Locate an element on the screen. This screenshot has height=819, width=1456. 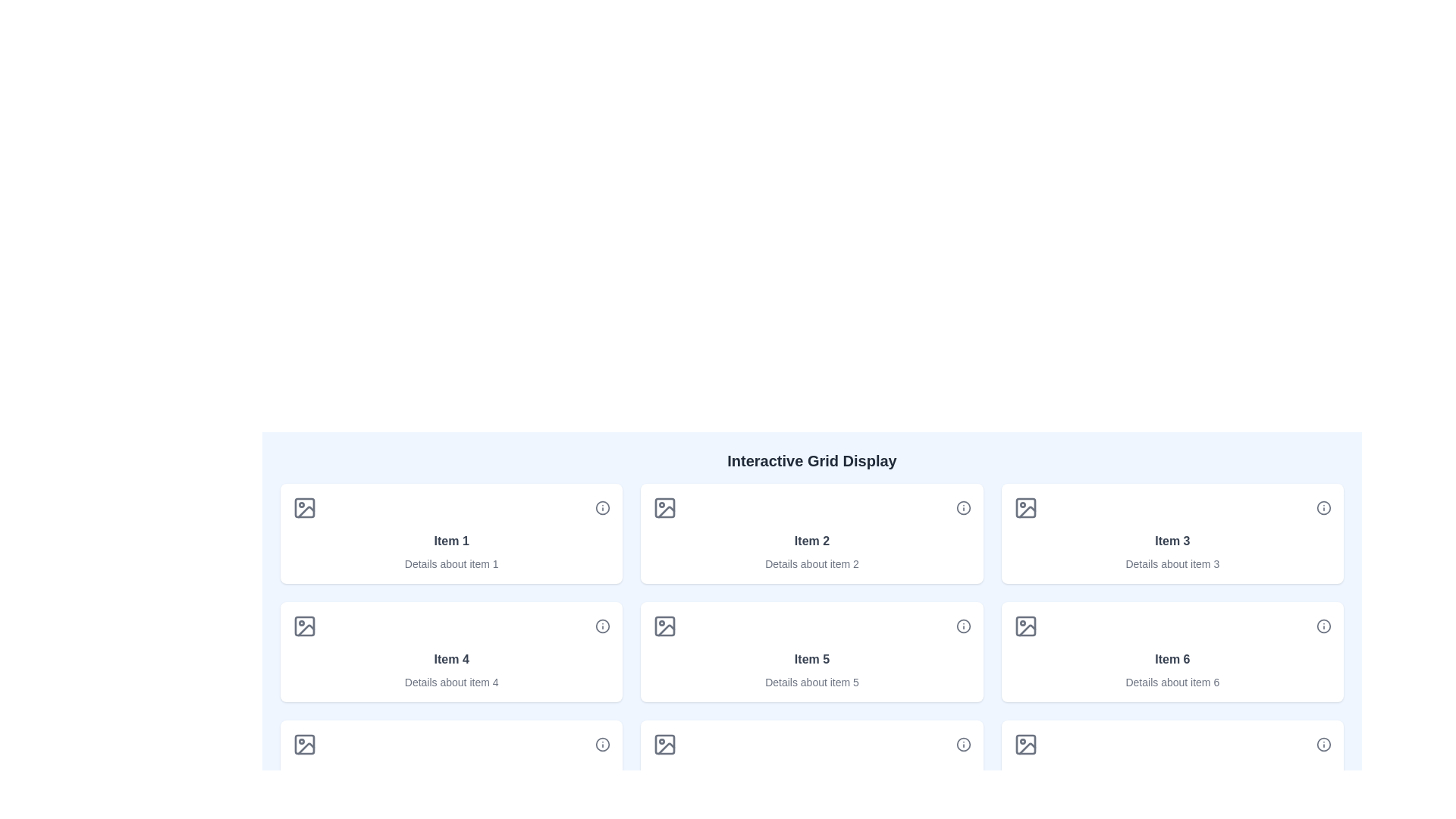
the icon located is located at coordinates (304, 744).